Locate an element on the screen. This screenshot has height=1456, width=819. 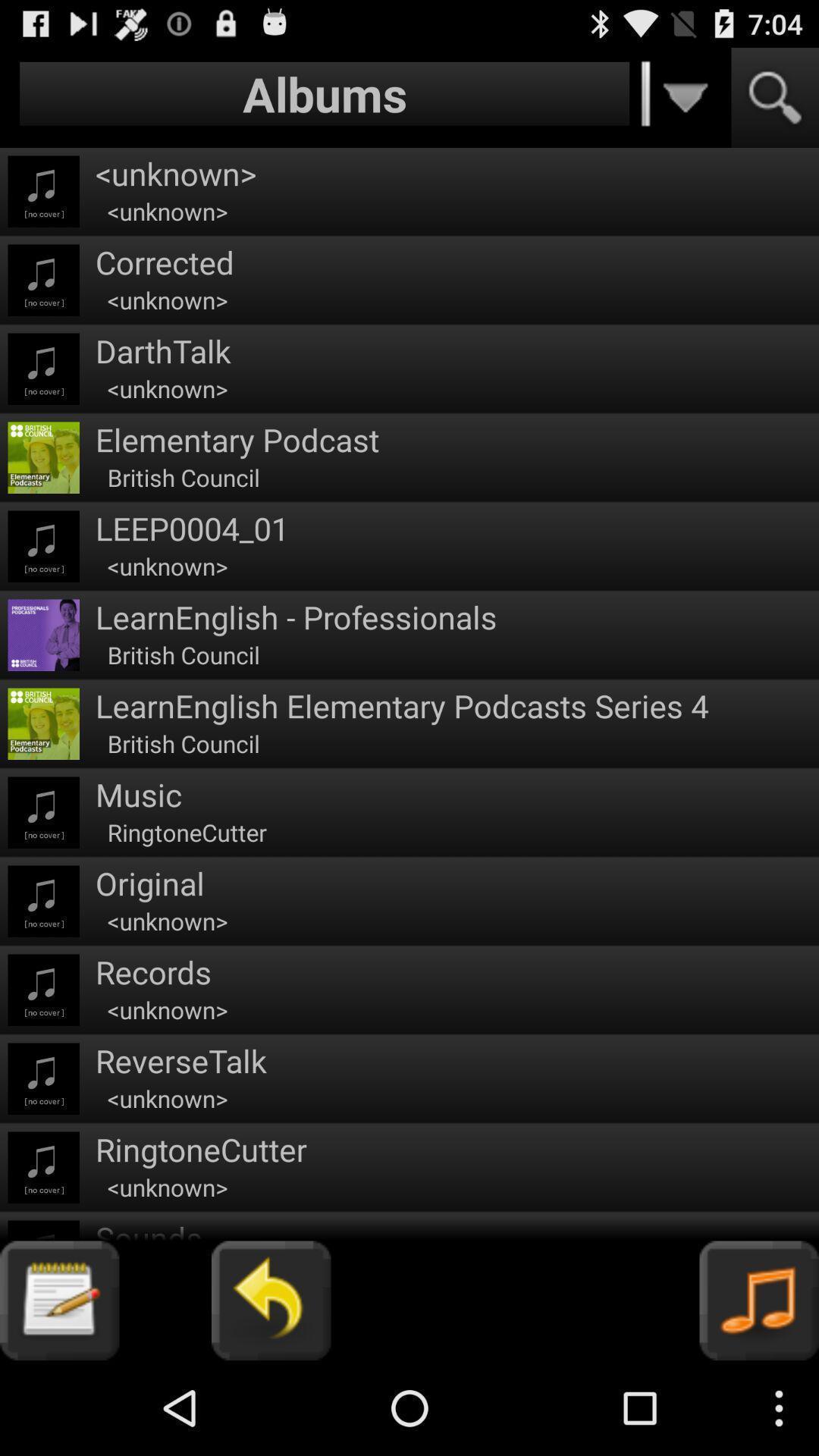
the search icon is located at coordinates (775, 104).